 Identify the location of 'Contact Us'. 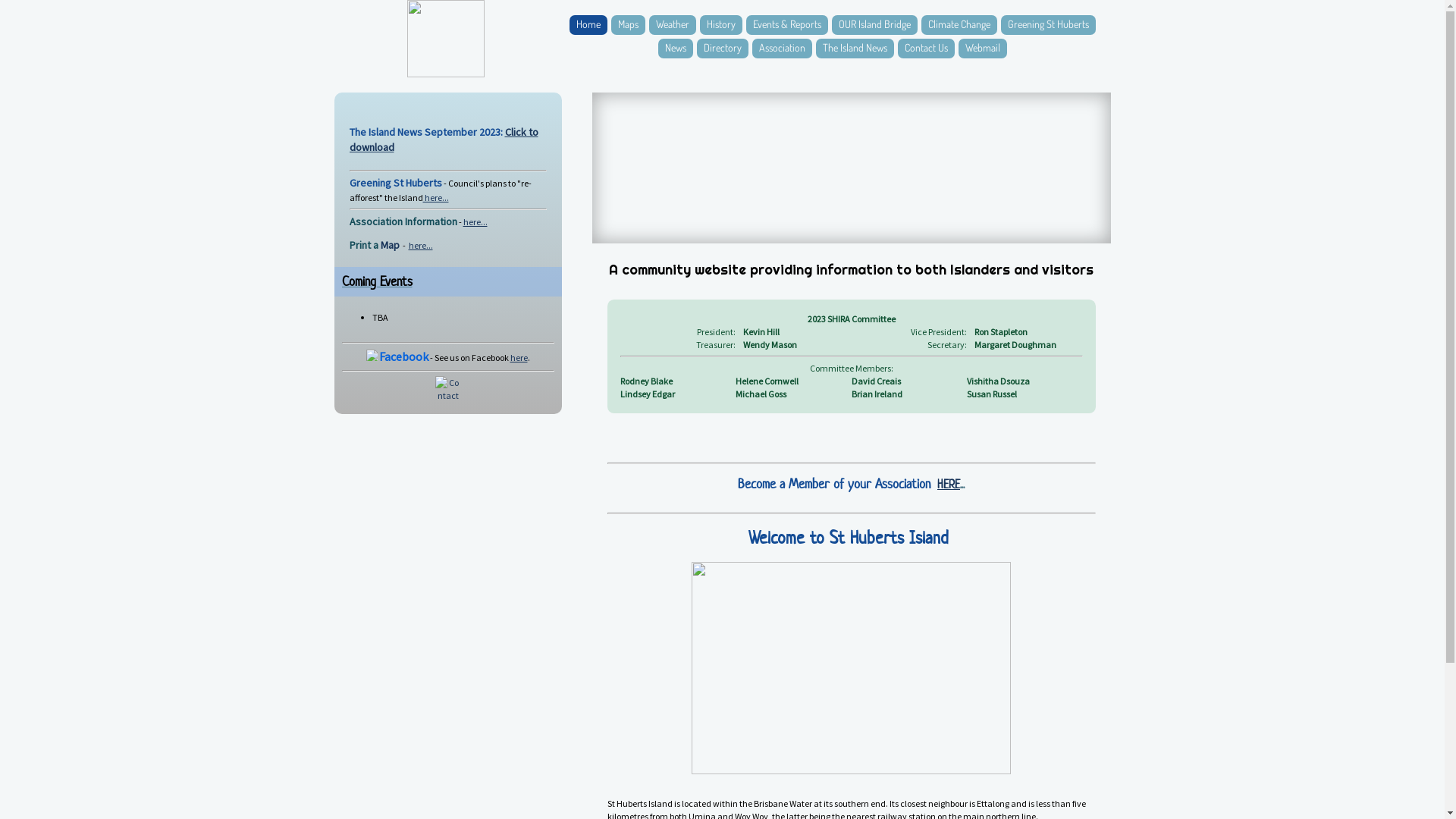
(925, 48).